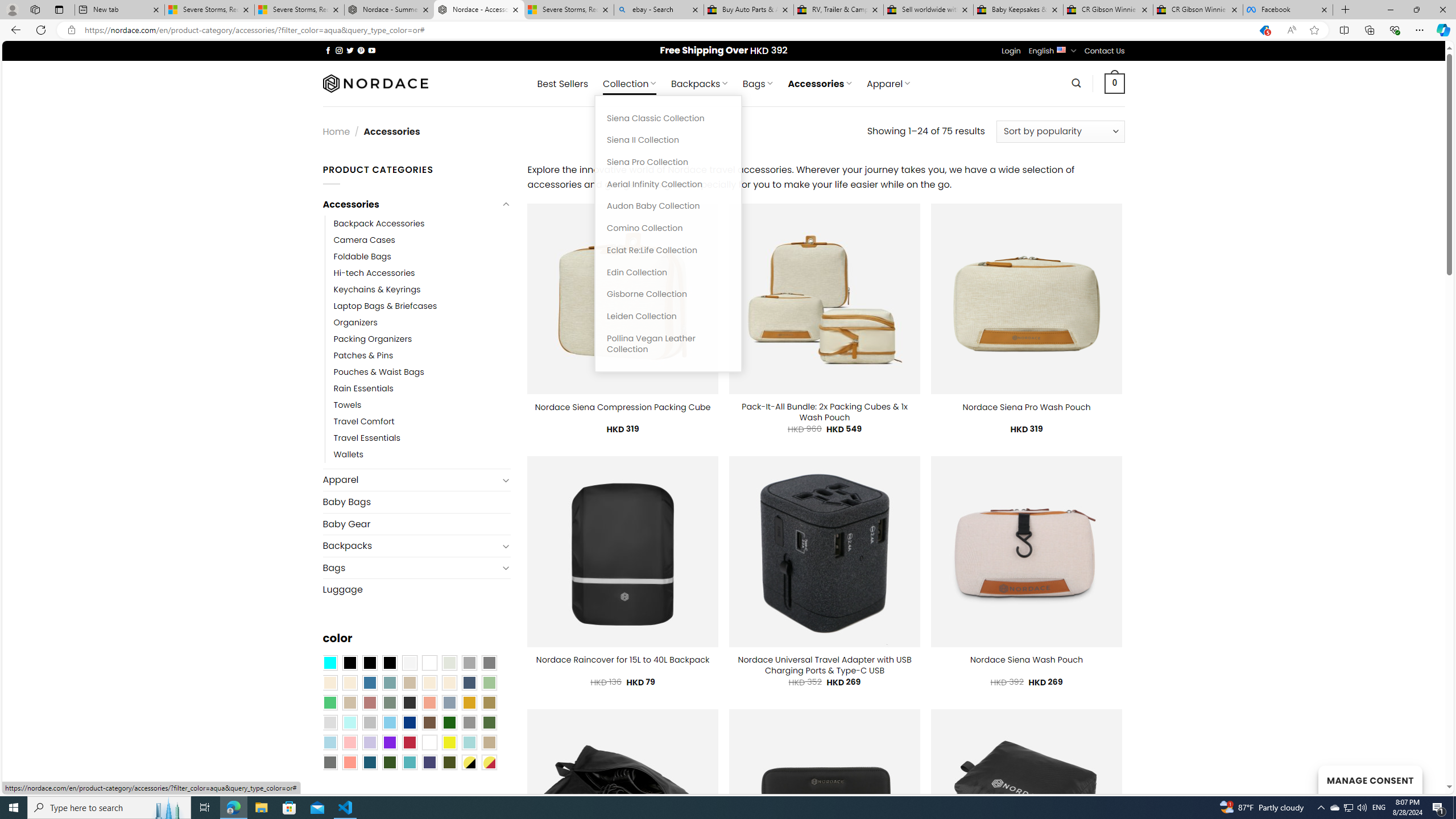 The image size is (1456, 819). I want to click on 'Hale Navy', so click(468, 681).